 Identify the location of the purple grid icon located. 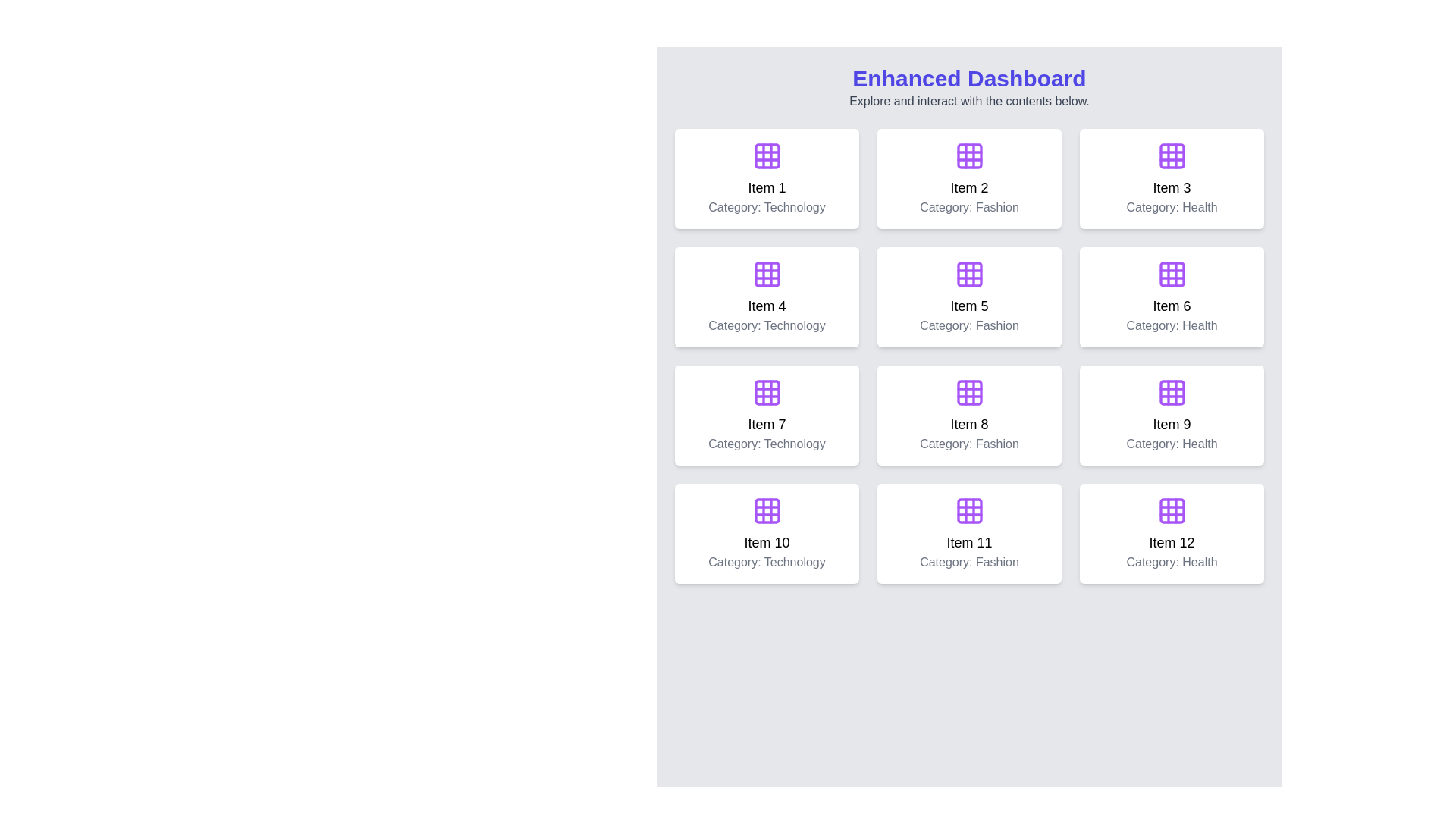
(1171, 275).